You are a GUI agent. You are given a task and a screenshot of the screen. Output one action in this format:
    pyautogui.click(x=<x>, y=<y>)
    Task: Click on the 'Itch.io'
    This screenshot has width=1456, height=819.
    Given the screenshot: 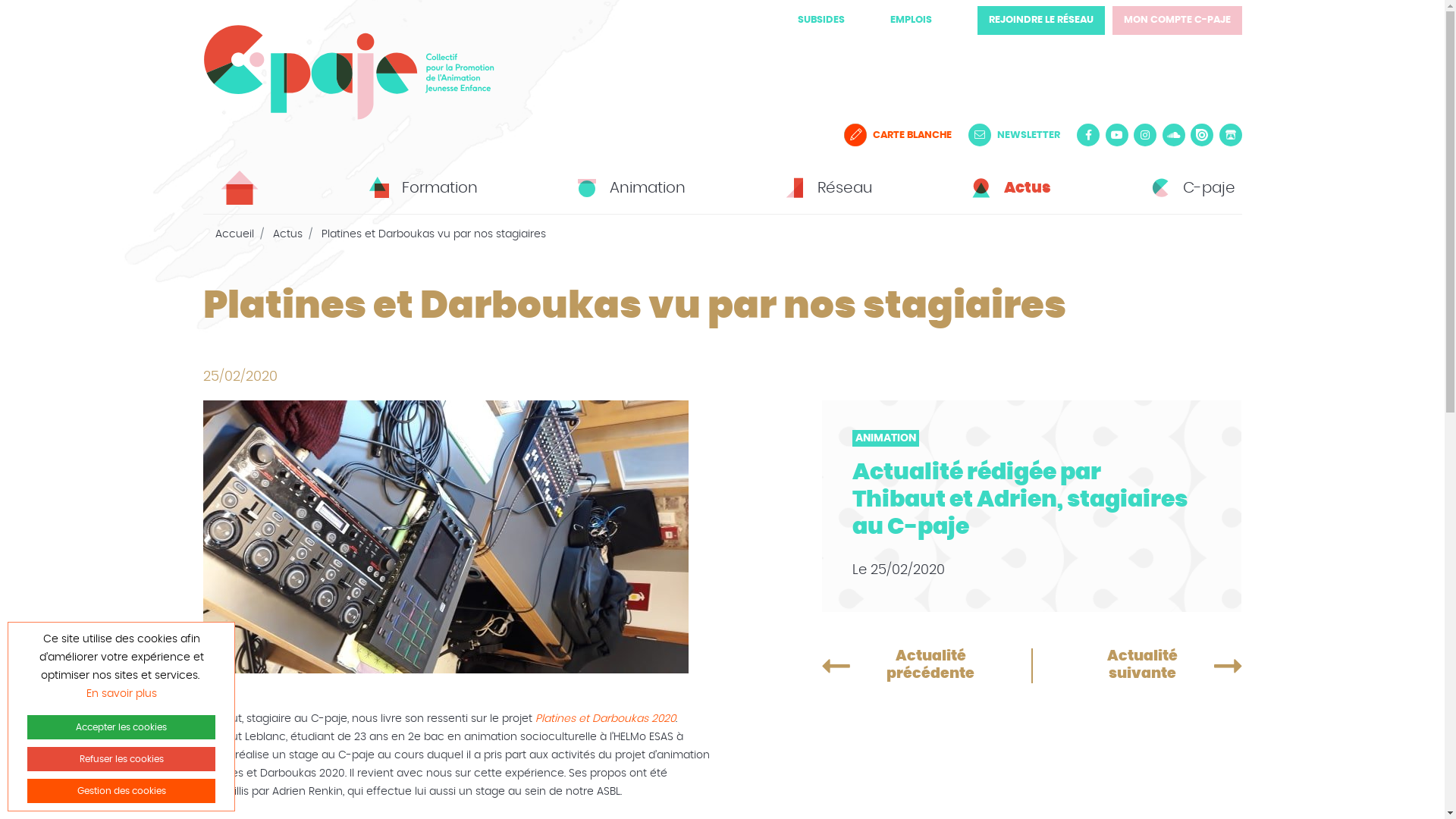 What is the action you would take?
    pyautogui.click(x=1219, y=133)
    